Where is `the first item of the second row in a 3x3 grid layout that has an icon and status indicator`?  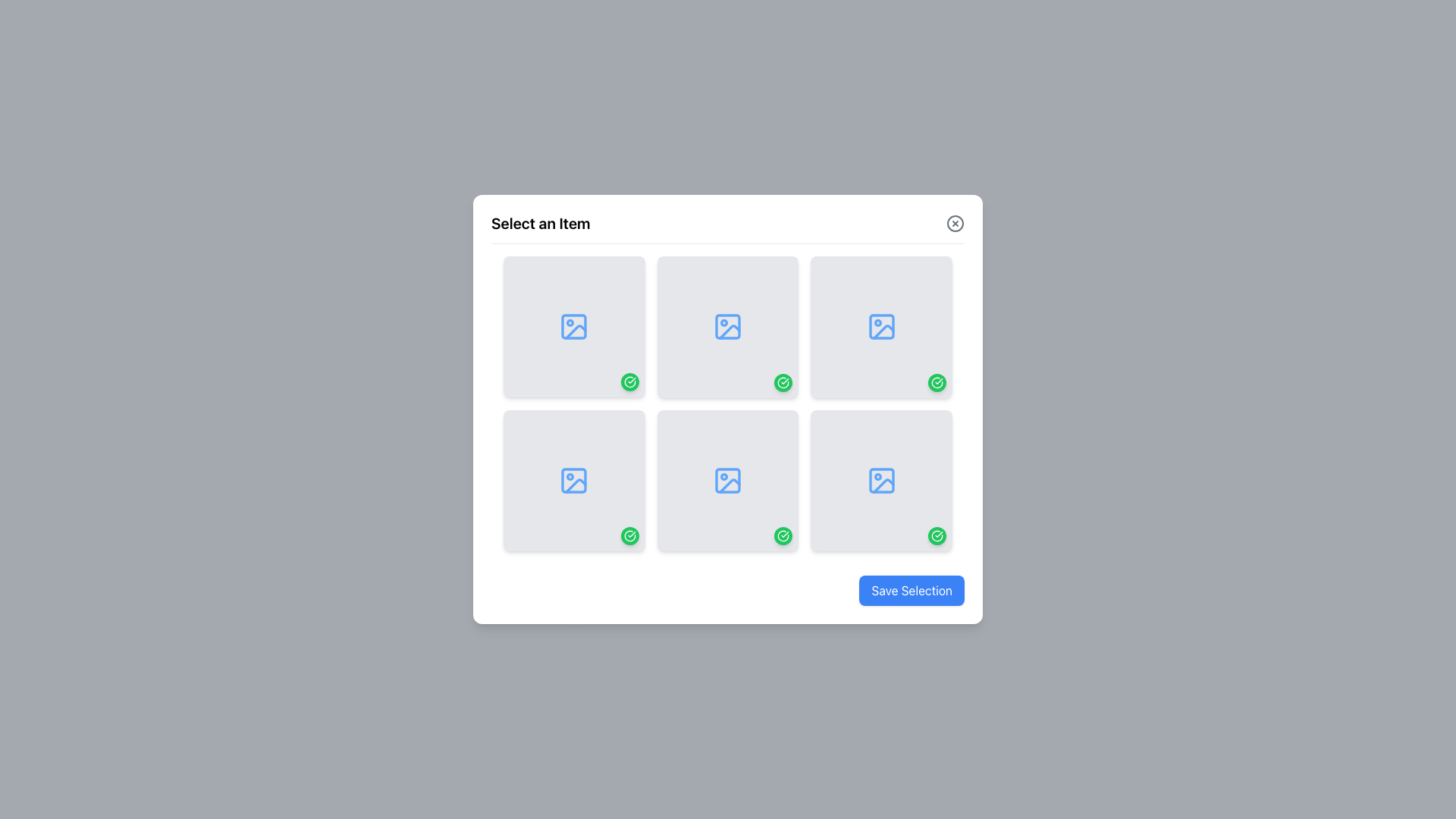
the first item of the second row in a 3x3 grid layout that has an icon and status indicator is located at coordinates (573, 479).